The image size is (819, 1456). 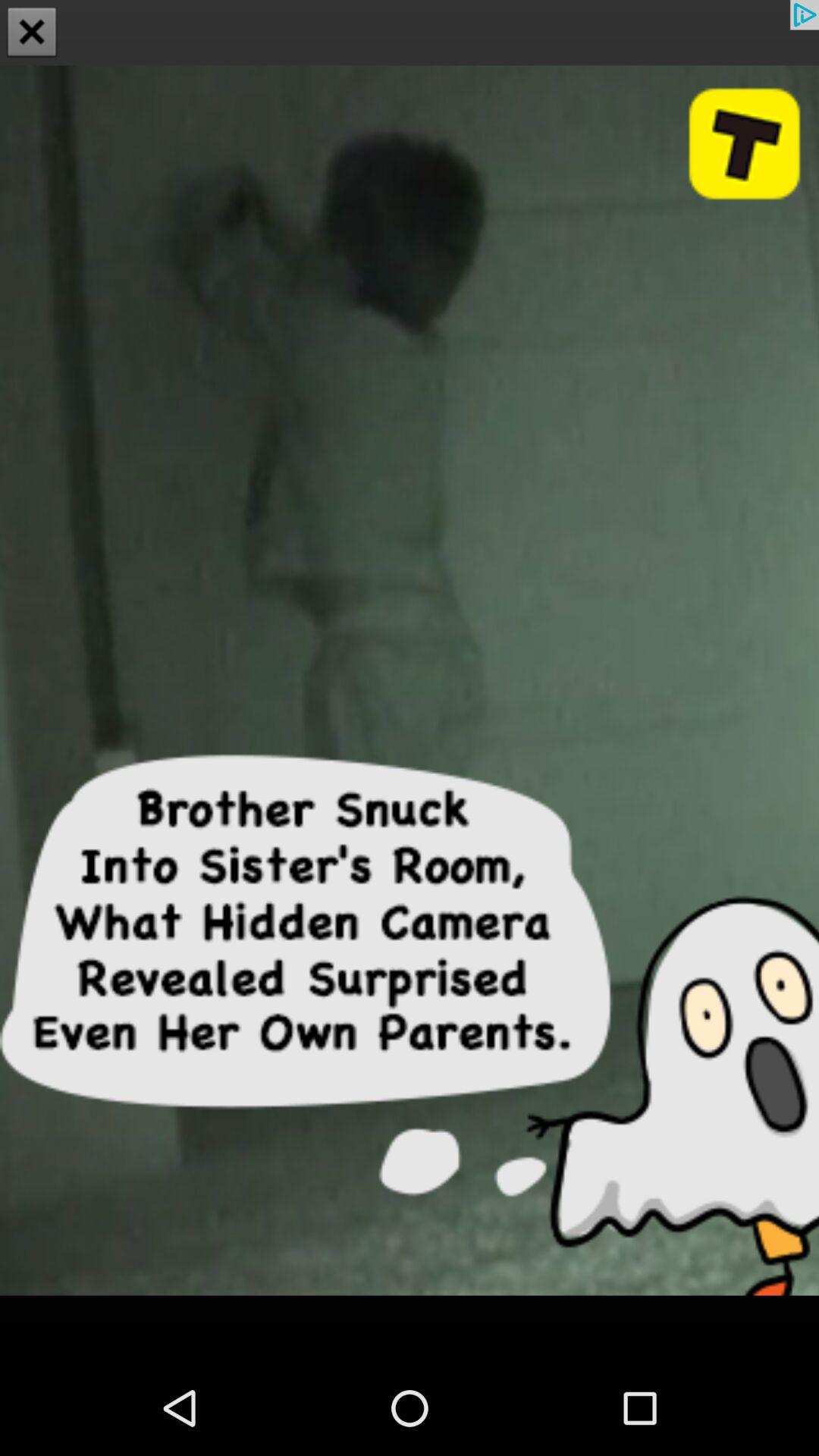 What do you see at coordinates (32, 33) in the screenshot?
I see `the close icon` at bounding box center [32, 33].